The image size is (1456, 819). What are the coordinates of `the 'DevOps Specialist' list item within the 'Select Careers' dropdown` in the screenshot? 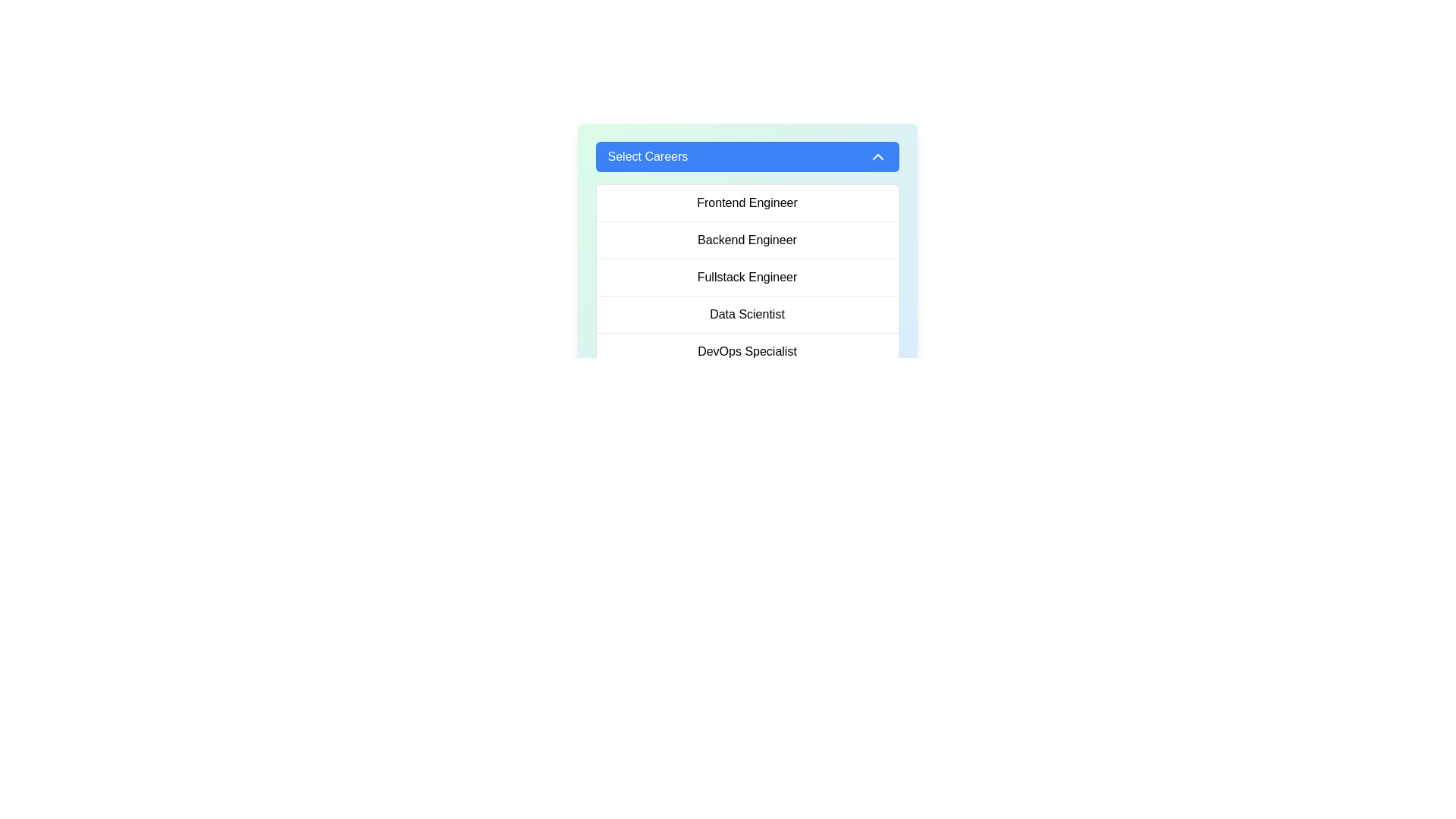 It's located at (747, 351).